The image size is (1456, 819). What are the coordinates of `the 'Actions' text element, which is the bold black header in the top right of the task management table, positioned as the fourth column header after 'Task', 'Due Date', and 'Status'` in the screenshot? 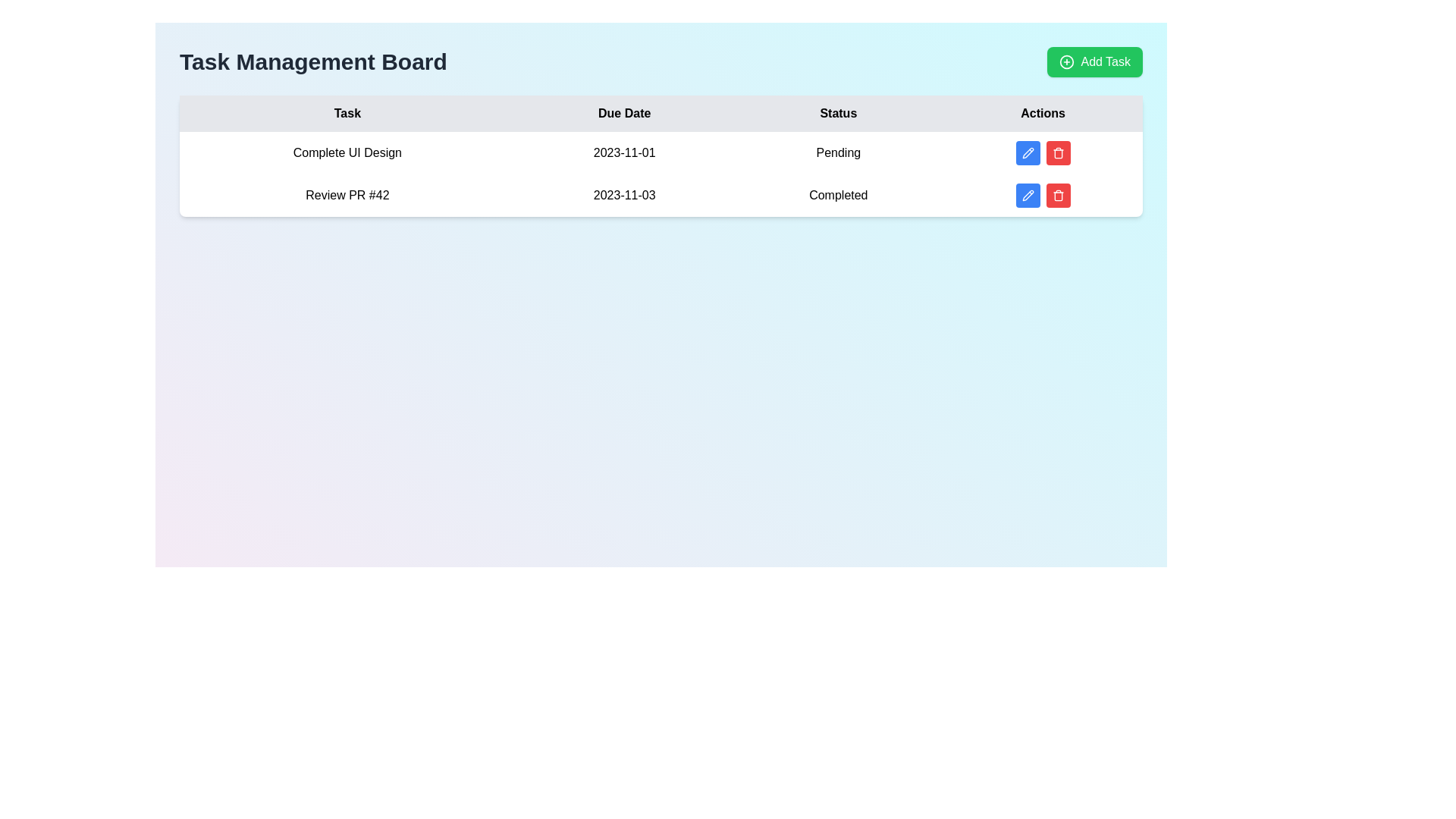 It's located at (1042, 113).